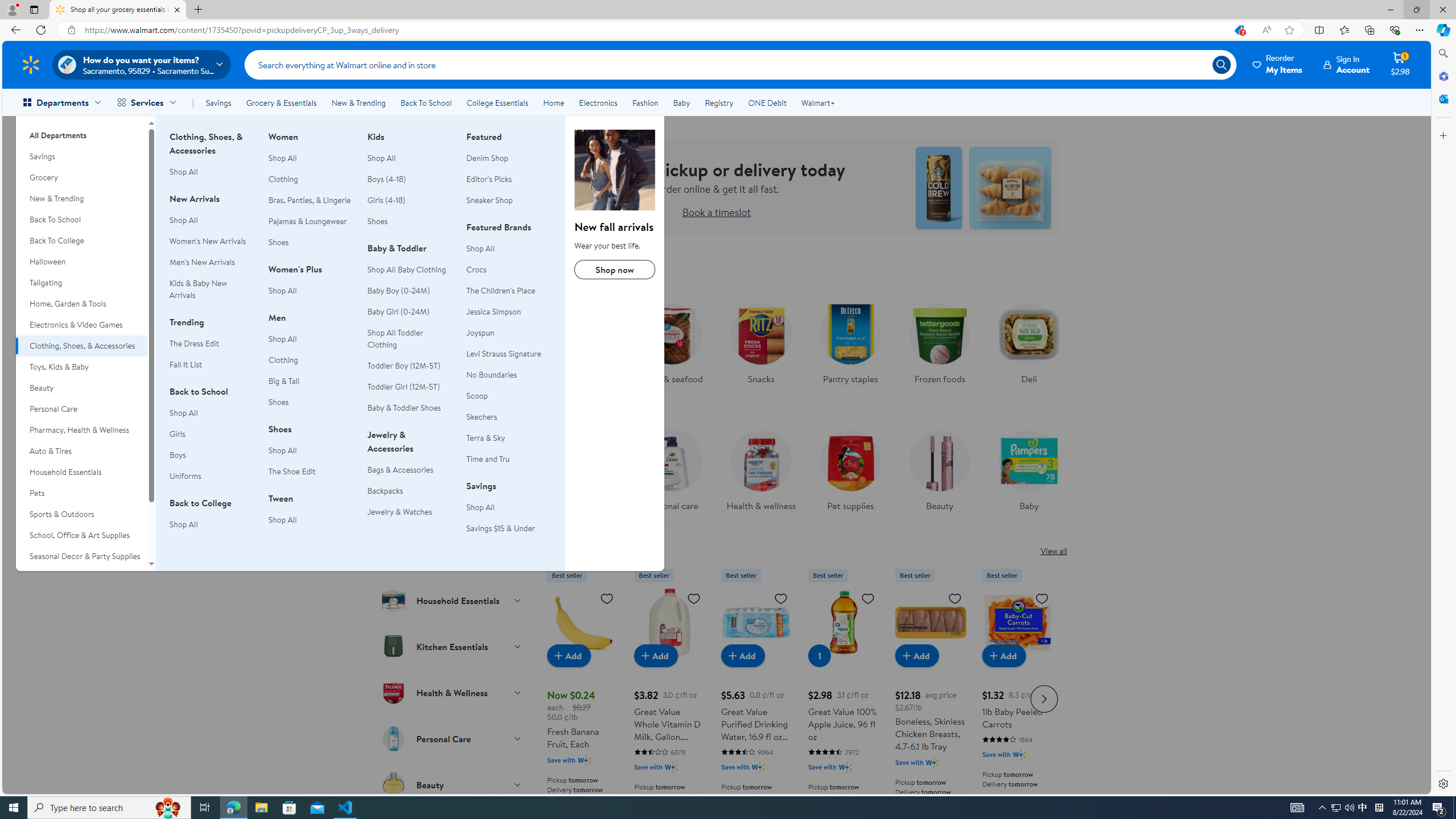 The image size is (1456, 819). I want to click on 'Big & Tall', so click(283, 380).